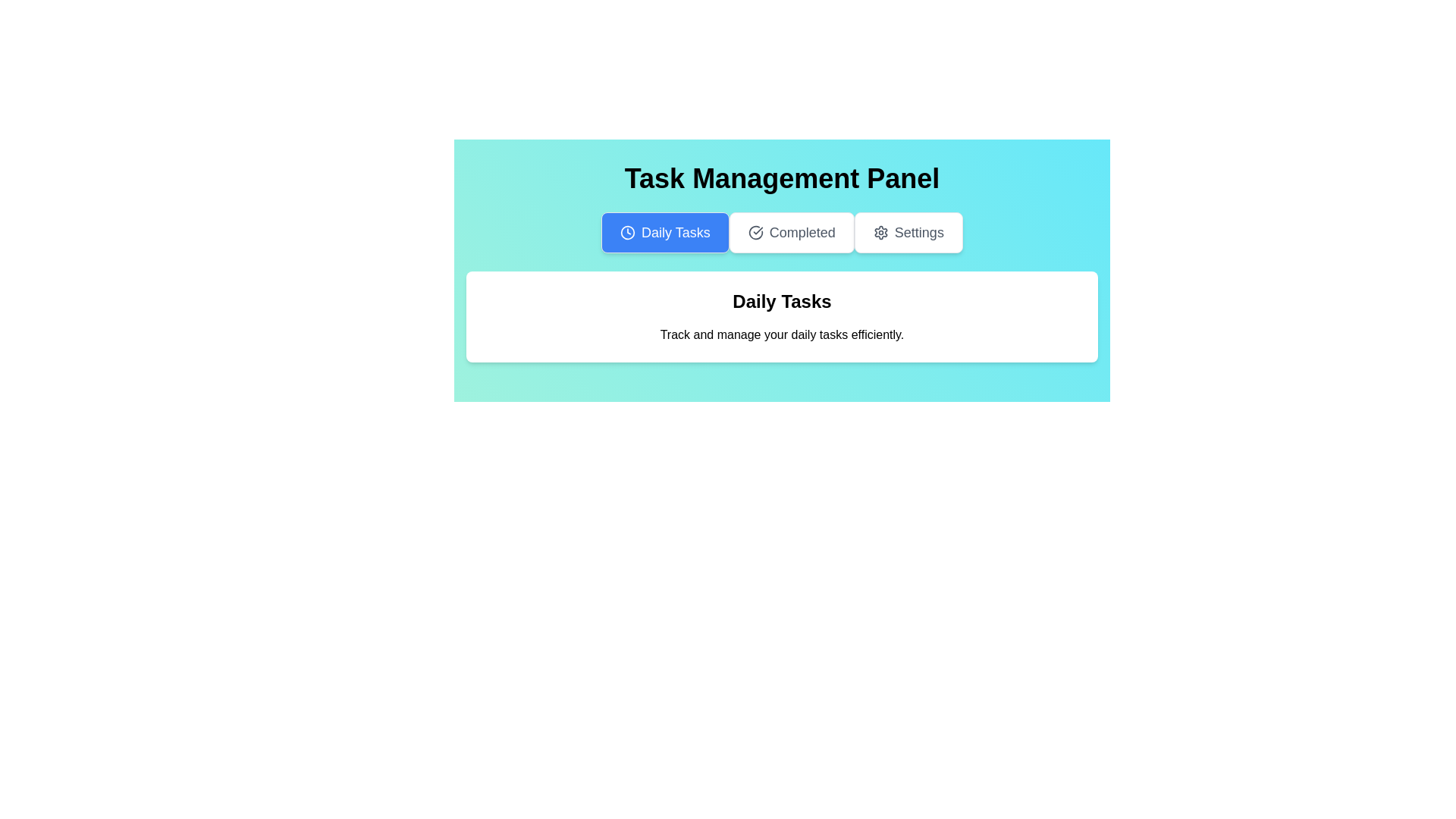 The height and width of the screenshot is (819, 1456). I want to click on the decorative icon representing the 'Daily Tasks' feature located in the header section, positioned to the left of the 'Daily Tasks' text label, so click(628, 233).